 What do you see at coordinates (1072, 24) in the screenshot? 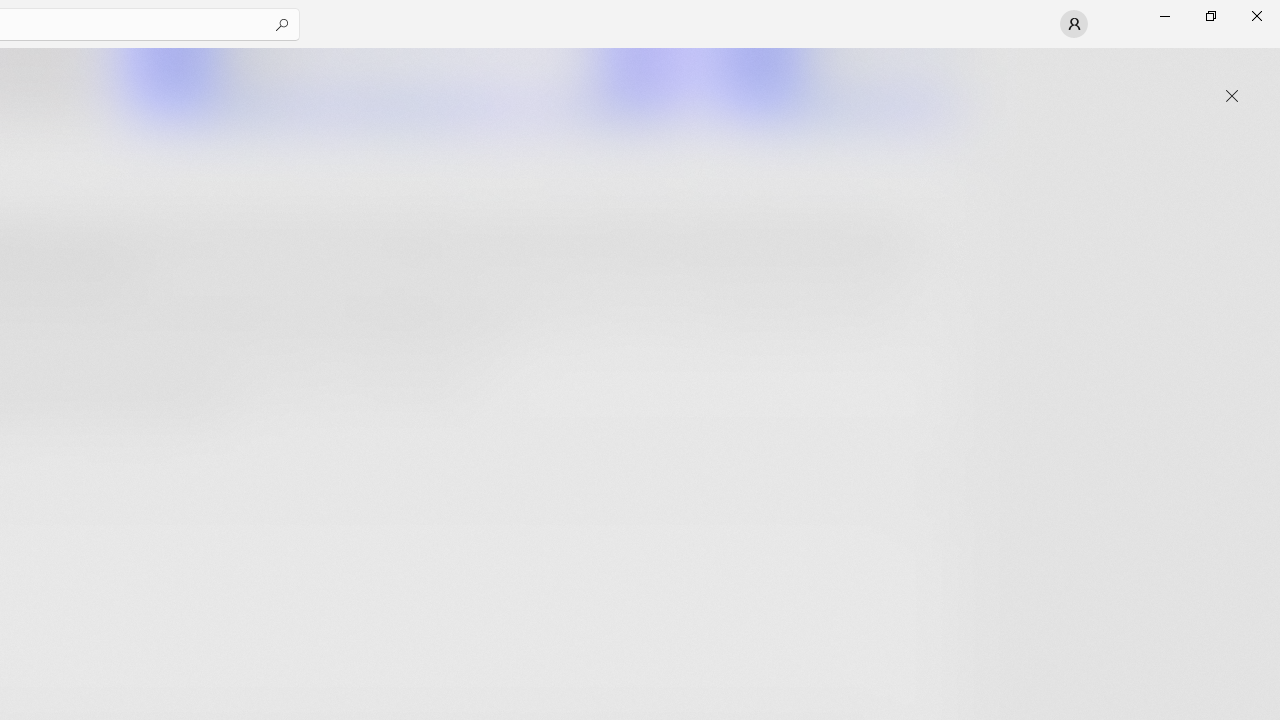
I see `'User profile'` at bounding box center [1072, 24].